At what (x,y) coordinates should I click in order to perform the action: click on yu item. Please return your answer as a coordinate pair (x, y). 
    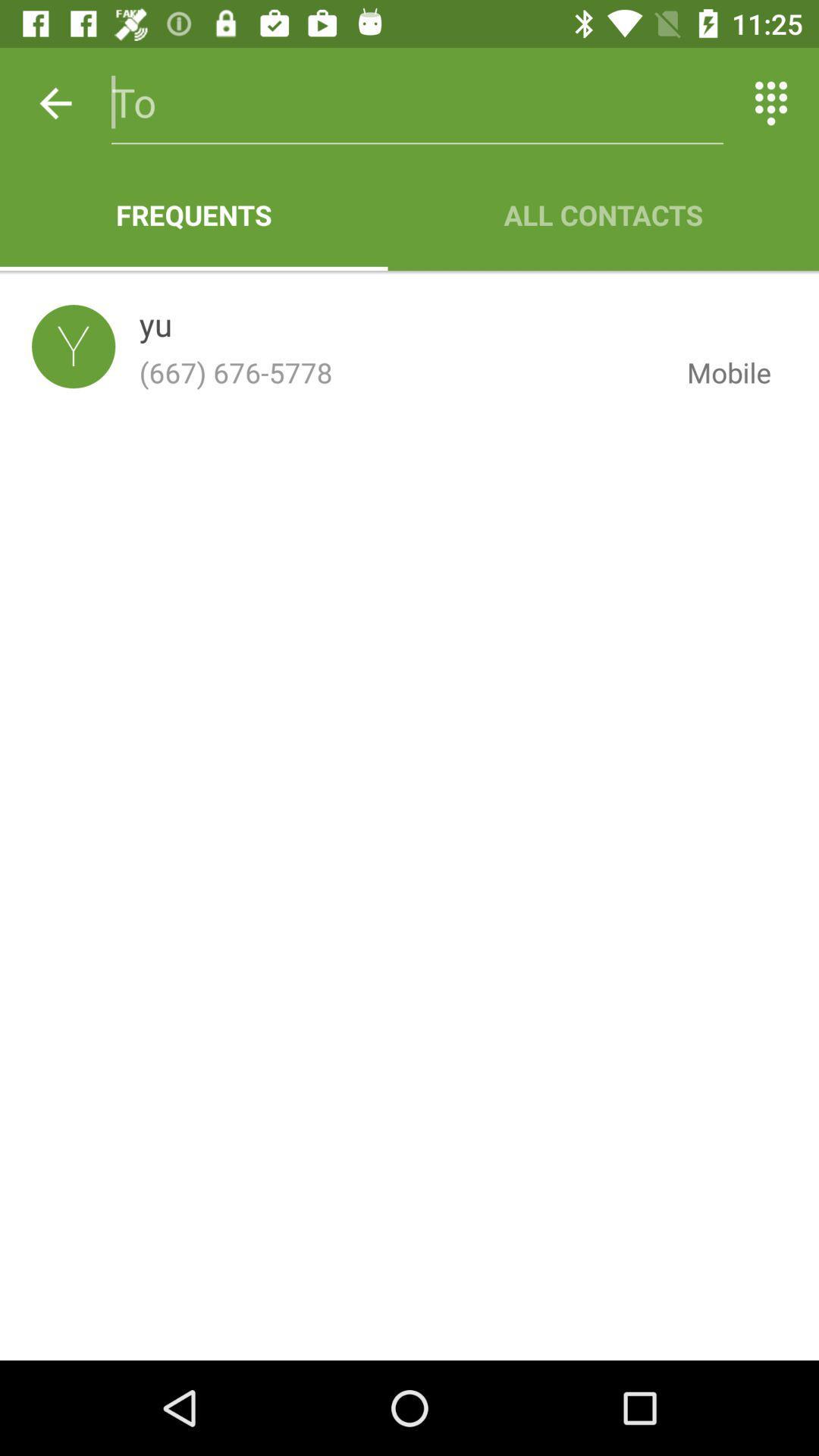
    Looking at the image, I should click on (155, 327).